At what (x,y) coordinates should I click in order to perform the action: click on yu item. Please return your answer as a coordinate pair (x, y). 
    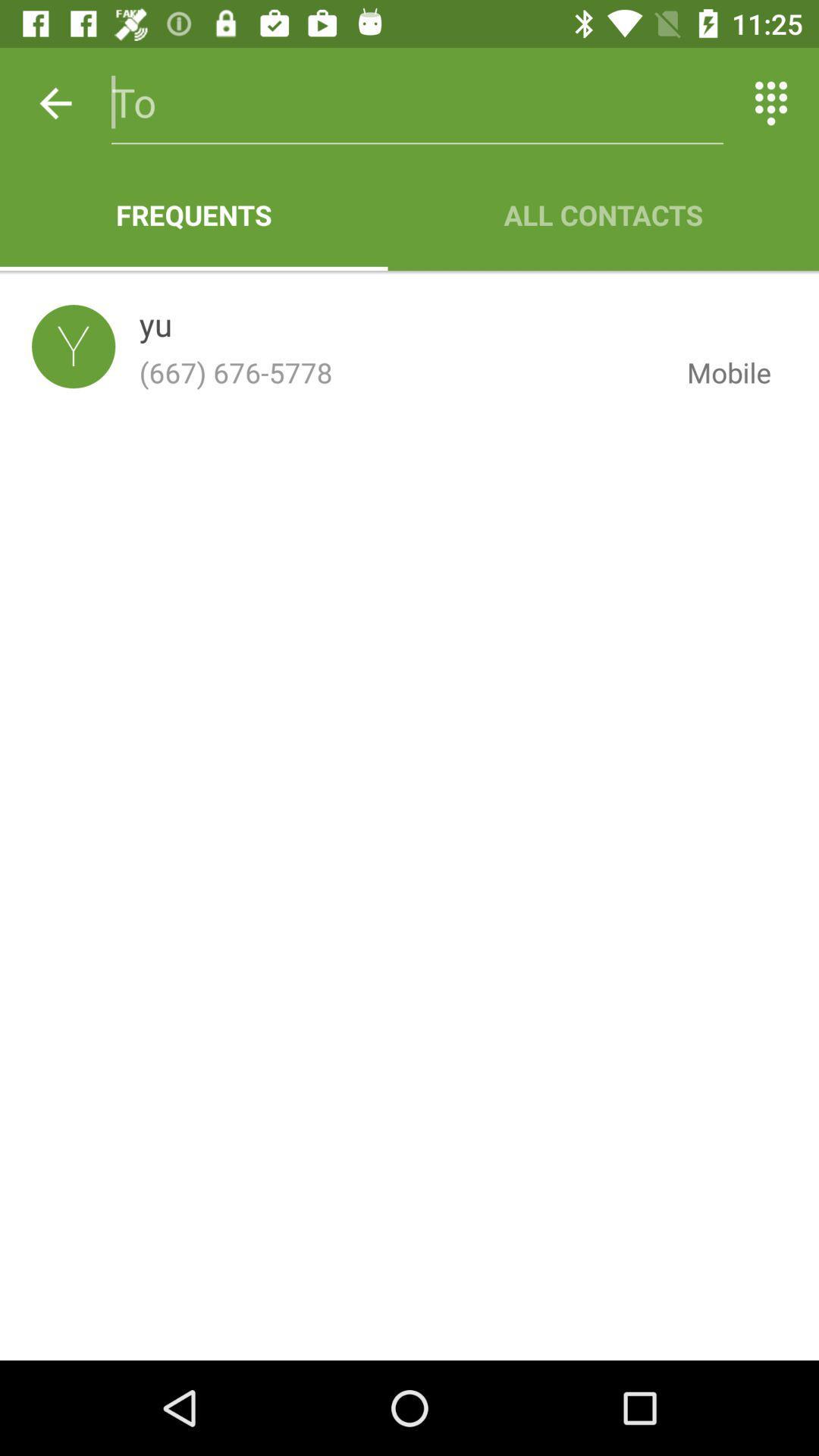
    Looking at the image, I should click on (155, 327).